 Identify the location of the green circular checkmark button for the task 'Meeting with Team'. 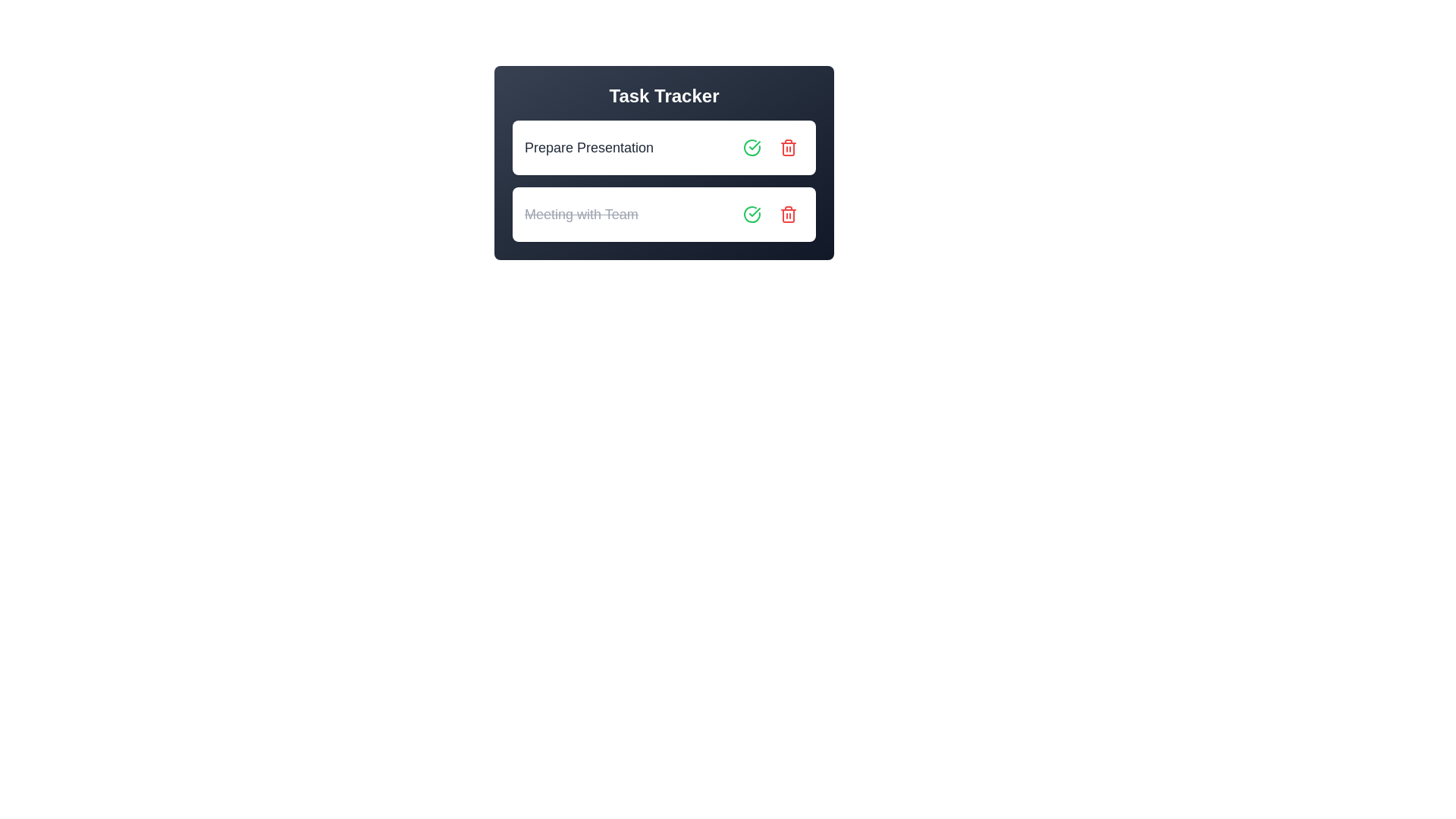
(752, 214).